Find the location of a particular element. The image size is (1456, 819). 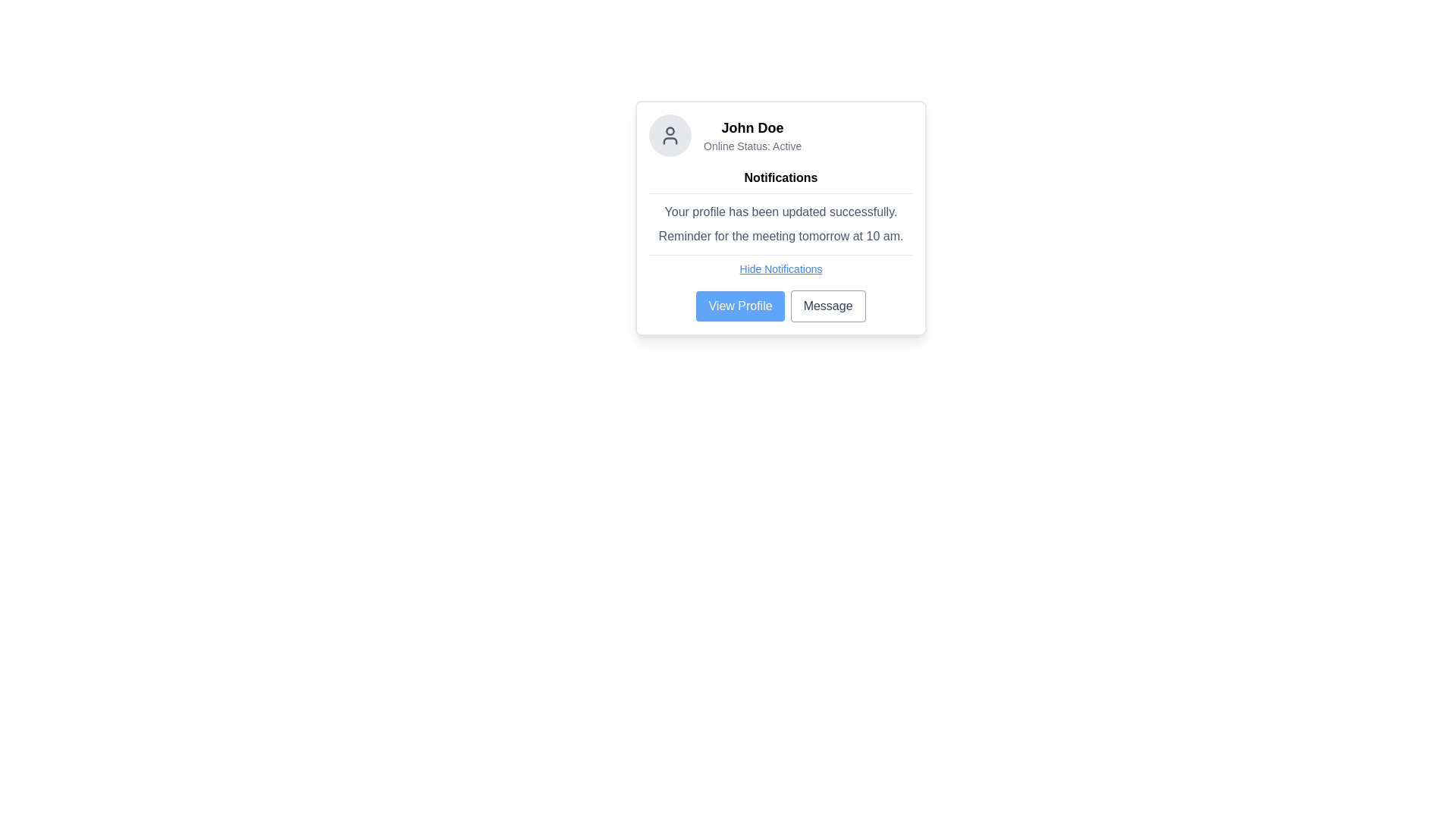

text content displayed in the label that presents the user's name and online status, located to the right of the circular avatar icon is located at coordinates (752, 134).